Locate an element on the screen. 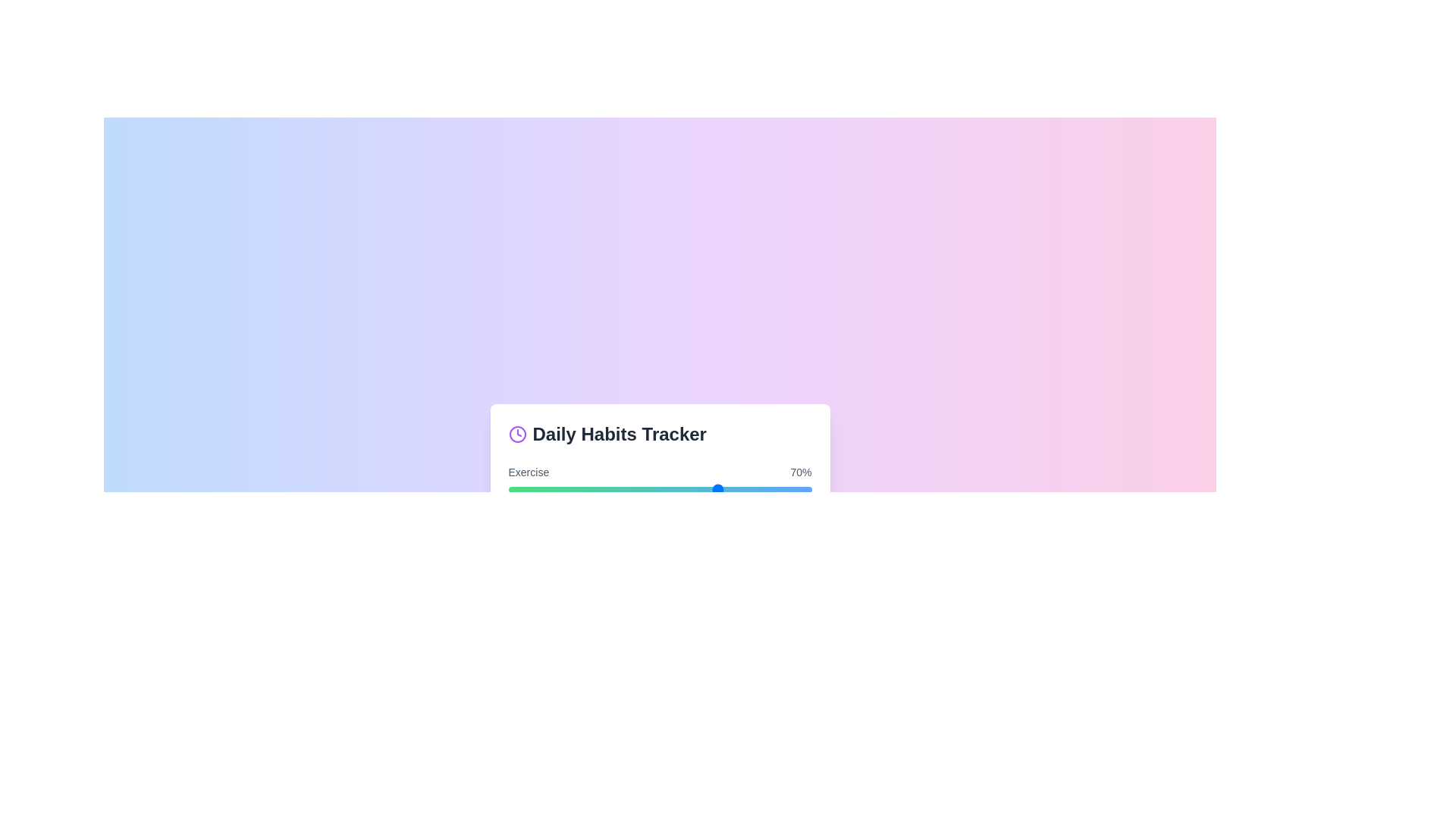 Image resolution: width=1456 pixels, height=819 pixels. the header of the Daily Habits Tracker component to focus or select it is located at coordinates (660, 435).